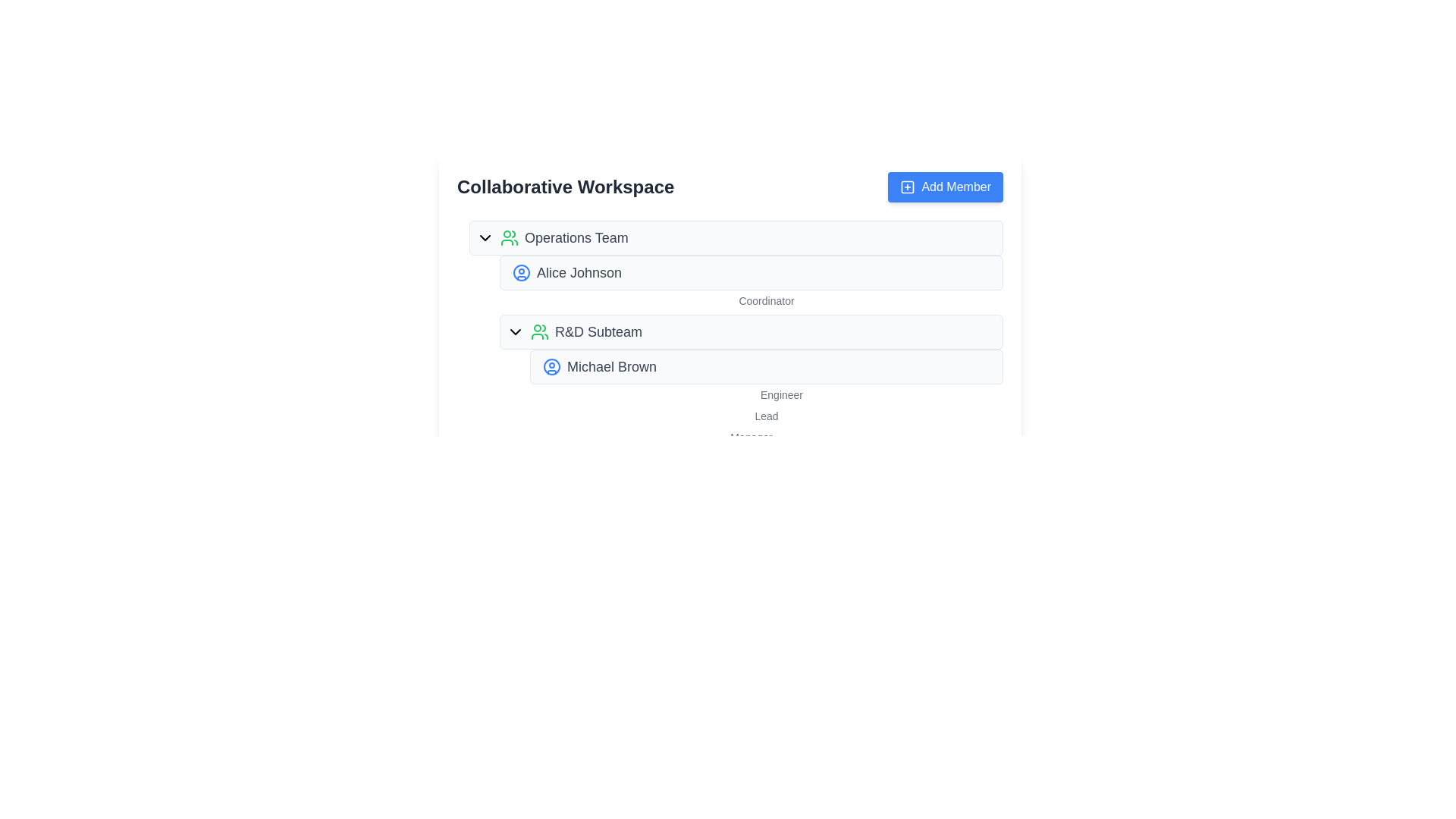  What do you see at coordinates (945, 186) in the screenshot?
I see `the 'Add Member' button located in the top-right corner of the 'Collaborative Workspace' section` at bounding box center [945, 186].